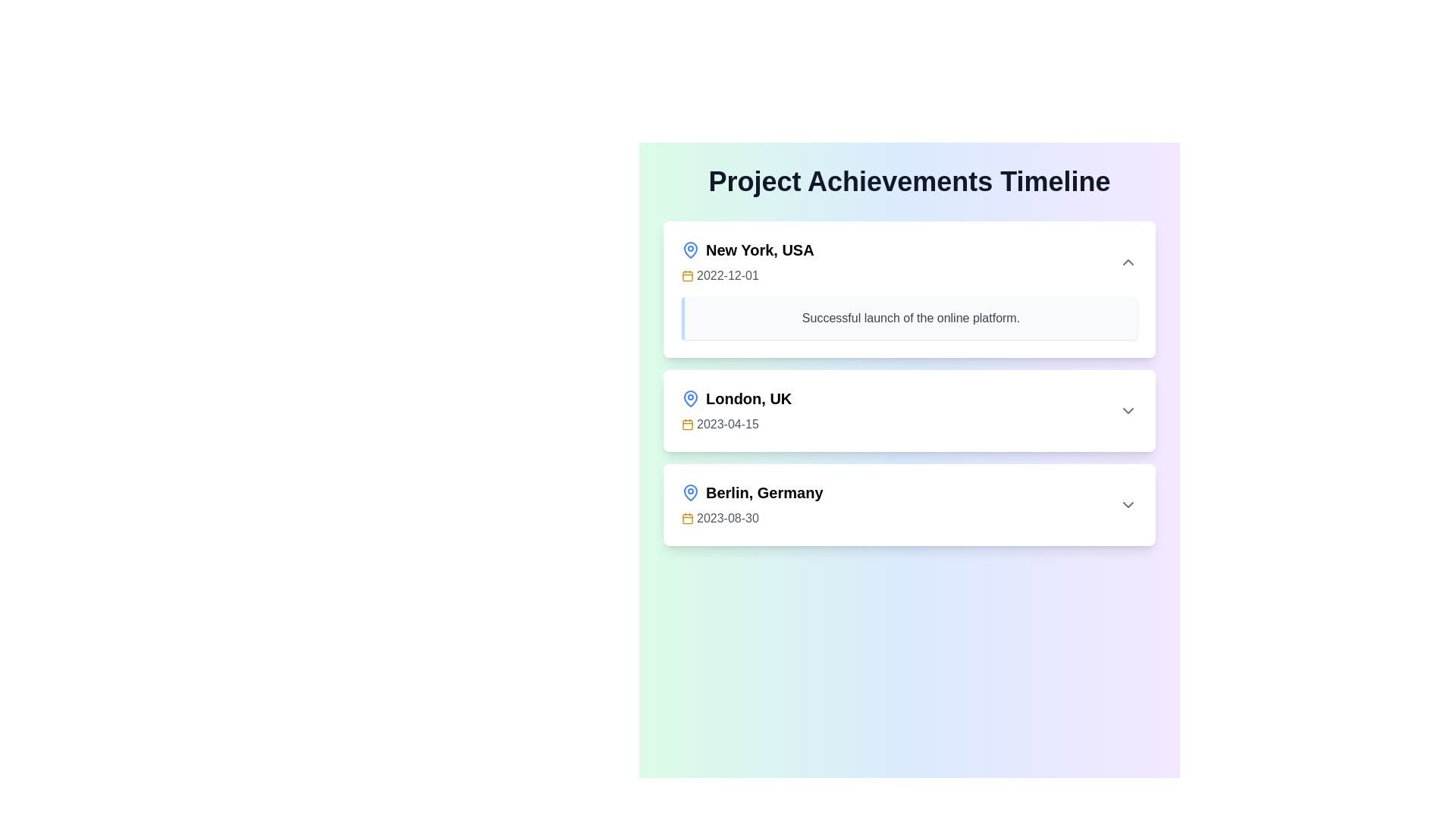  Describe the element at coordinates (909, 411) in the screenshot. I see `information presented on the second card in the timeline display, which contains textual and iconographic information about an event located between the 'New York, USA' card above and the 'Berlin, Germany' card below` at that location.